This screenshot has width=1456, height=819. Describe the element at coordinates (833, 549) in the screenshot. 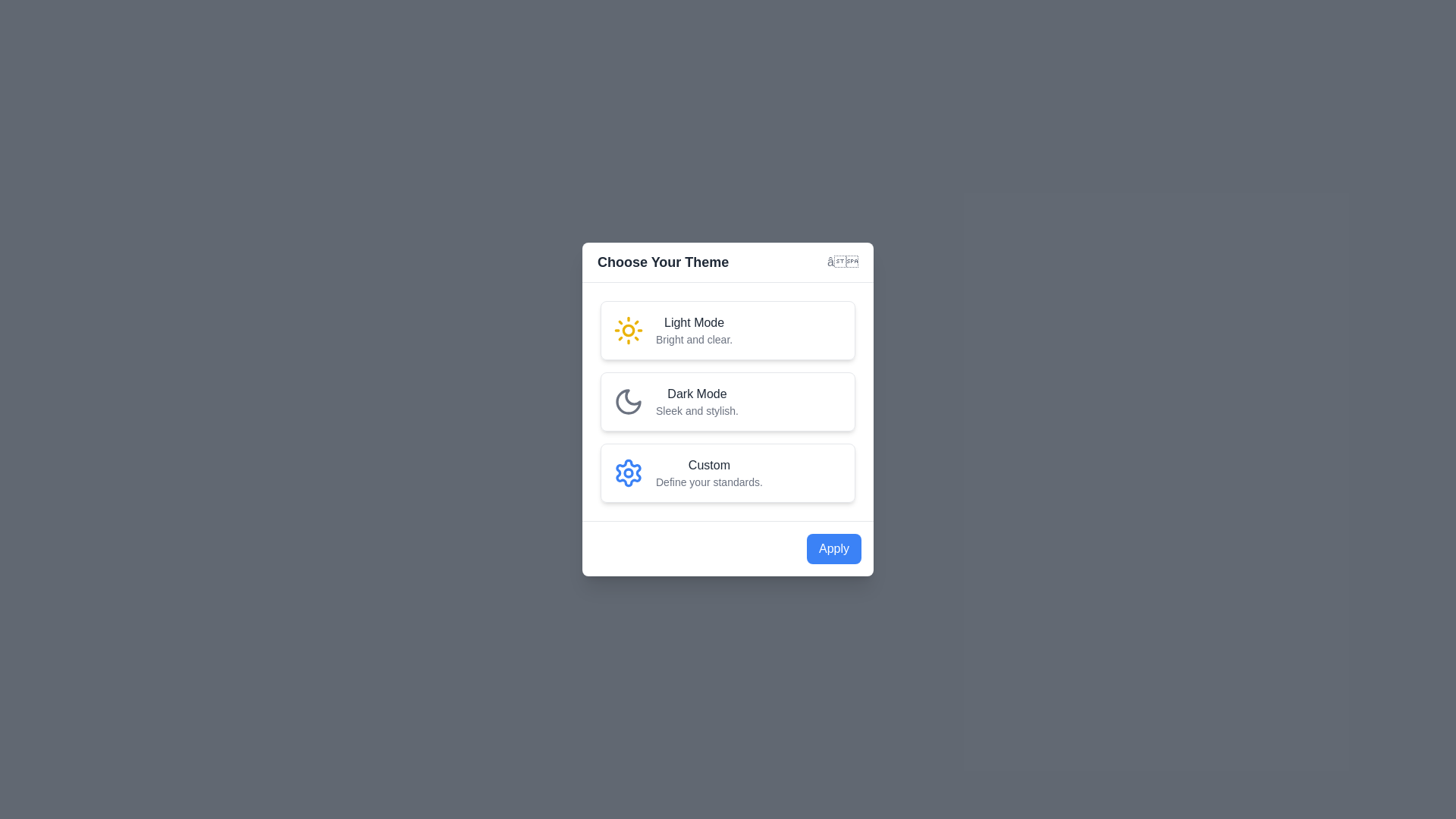

I see `the Apply button to confirm the selected theme` at that location.